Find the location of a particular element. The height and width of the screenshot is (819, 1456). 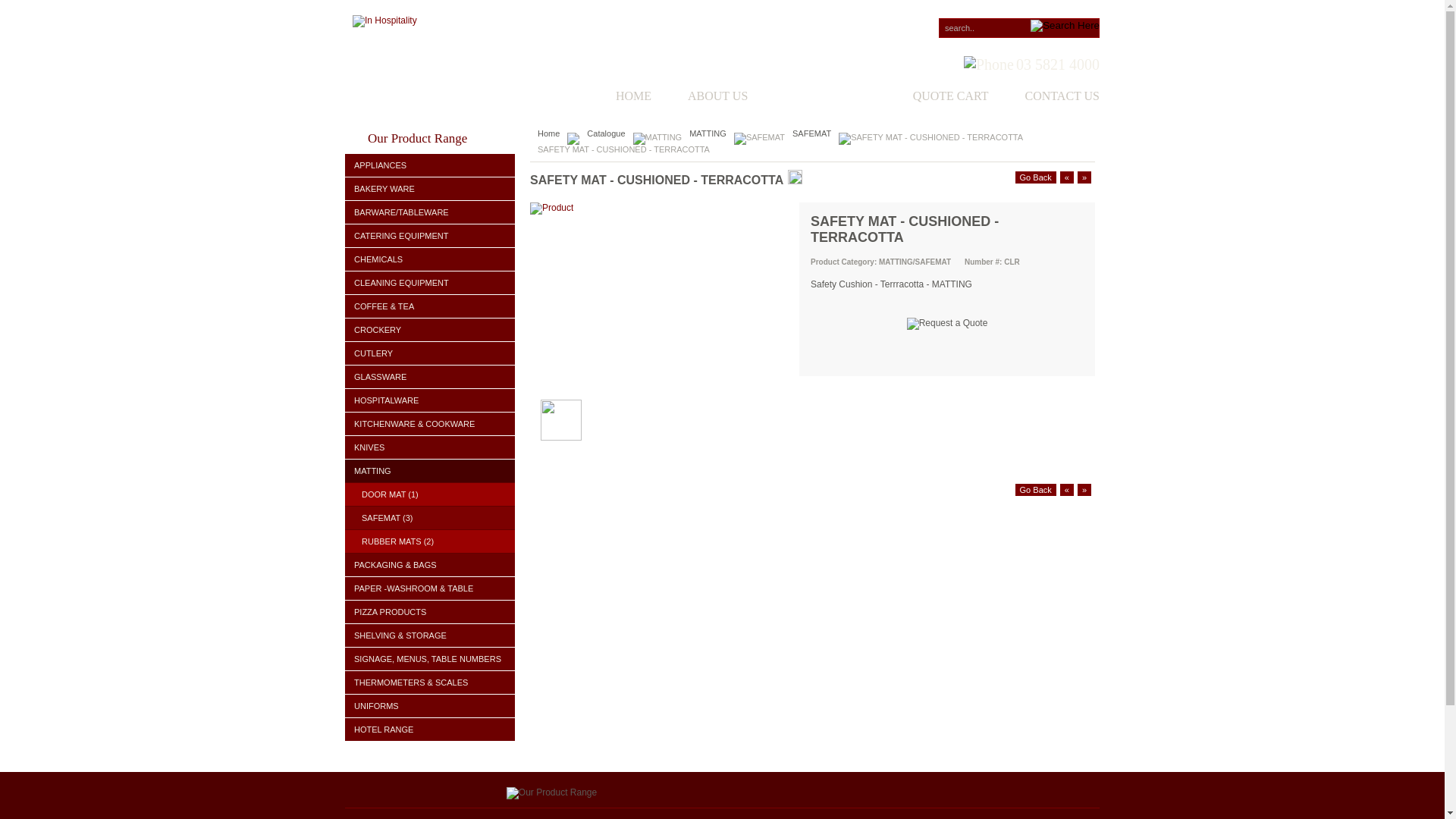

'MATTING' is located at coordinates (707, 133).